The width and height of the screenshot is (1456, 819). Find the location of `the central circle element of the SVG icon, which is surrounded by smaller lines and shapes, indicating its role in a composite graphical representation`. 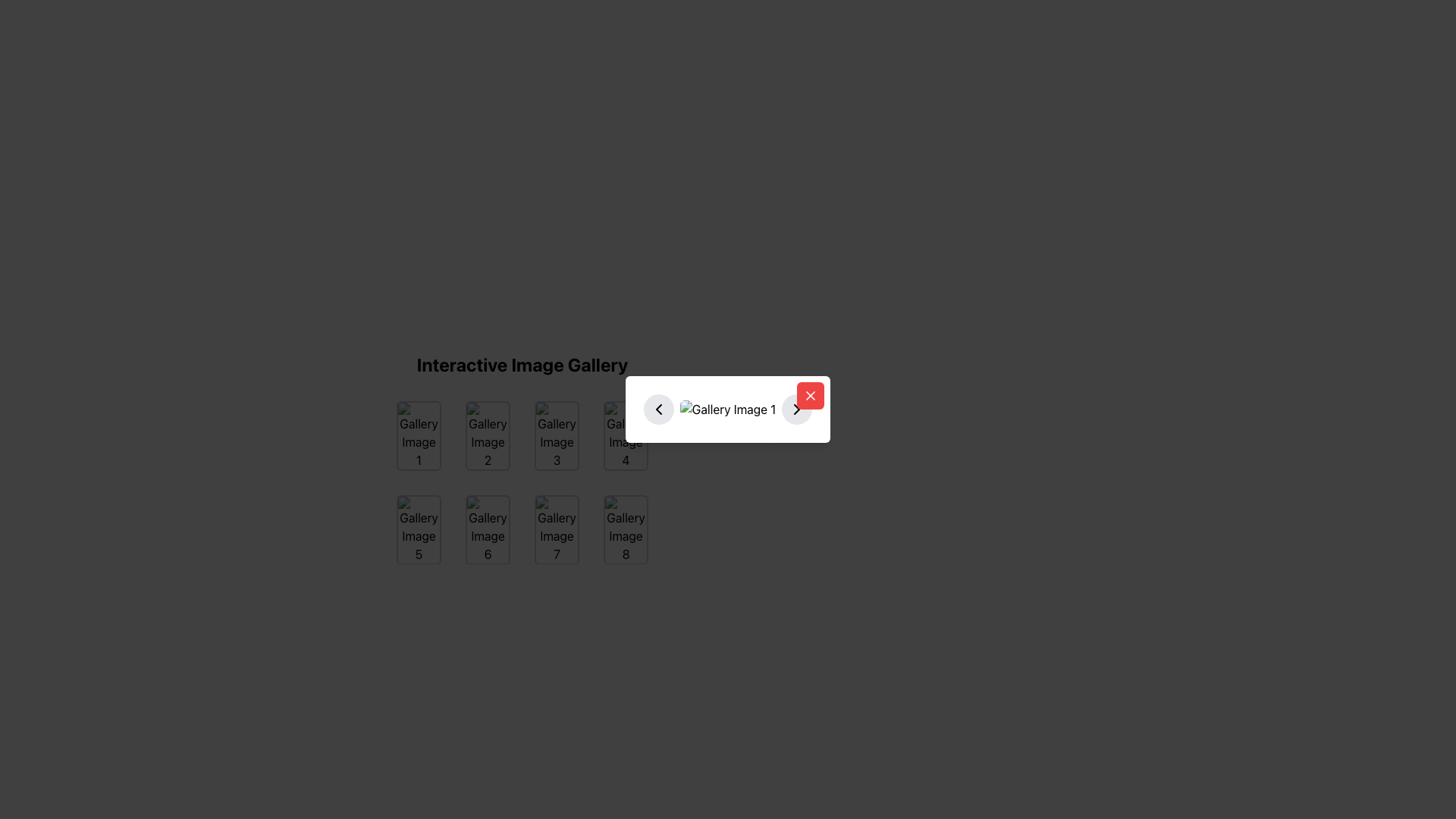

the central circle element of the SVG icon, which is surrounded by smaller lines and shapes, indicating its role in a composite graphical representation is located at coordinates (487, 528).